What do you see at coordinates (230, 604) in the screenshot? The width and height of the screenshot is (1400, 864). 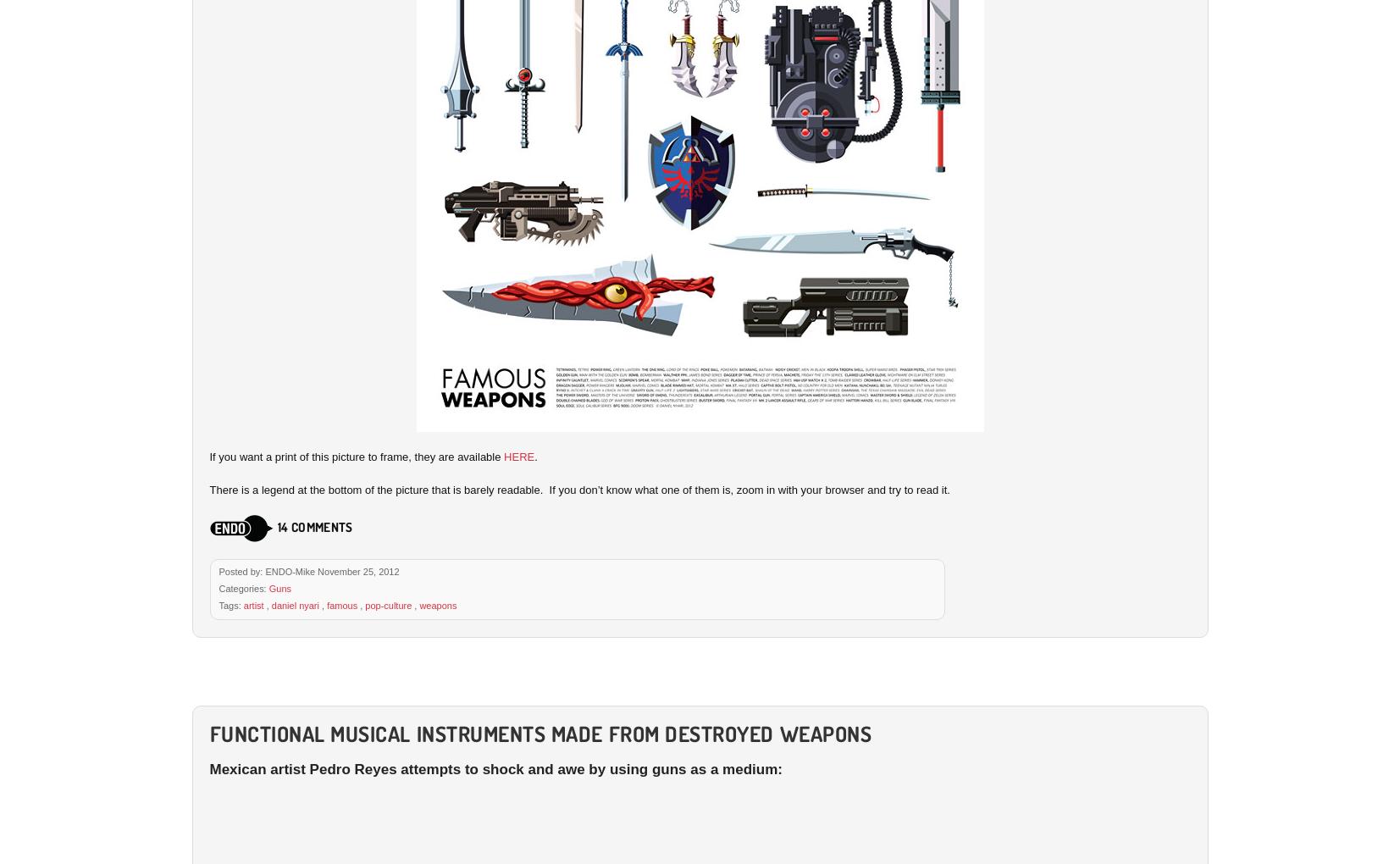 I see `'Tags:'` at bounding box center [230, 604].